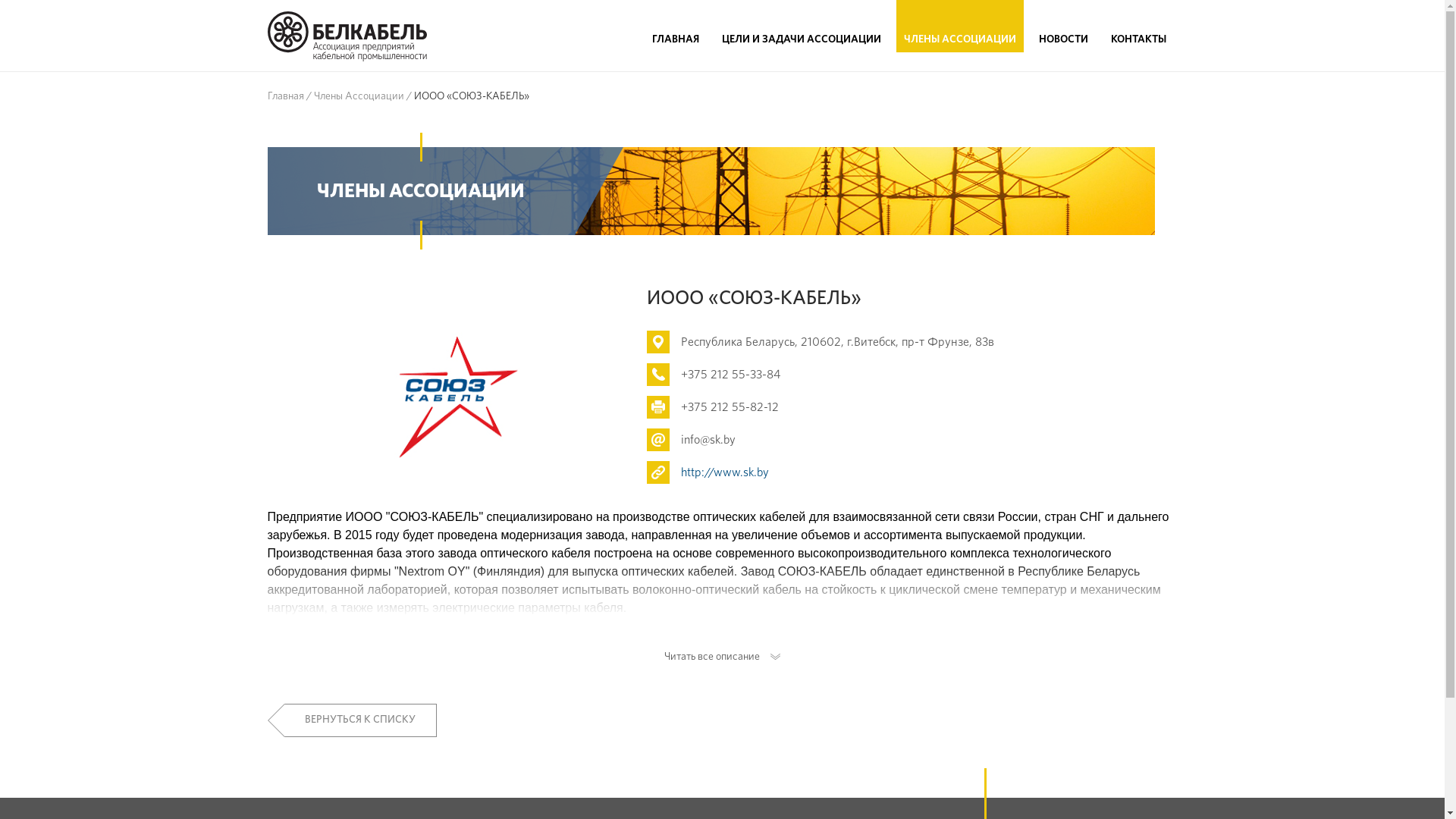  What do you see at coordinates (679, 472) in the screenshot?
I see `'http://www.sk.by'` at bounding box center [679, 472].